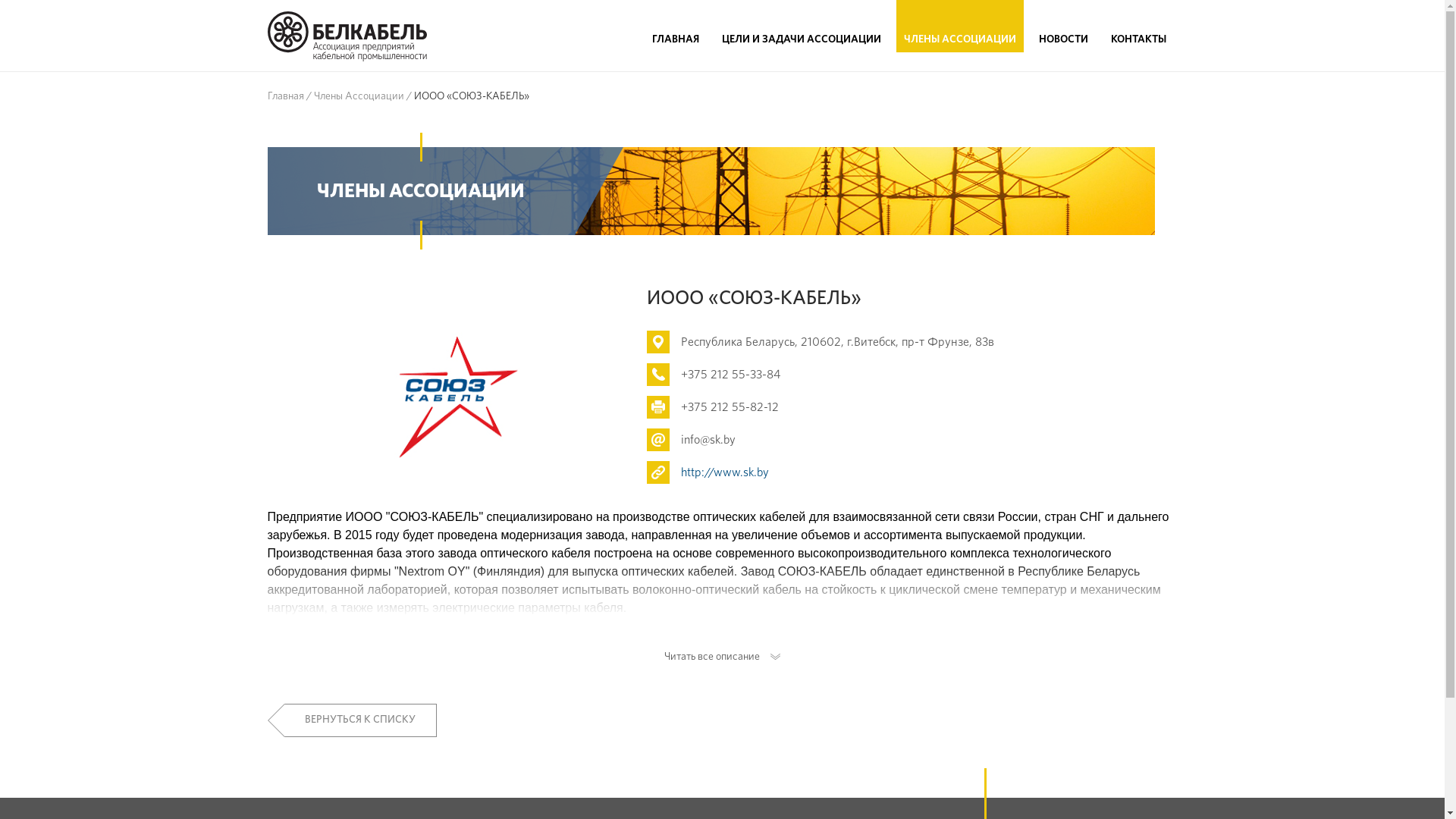  What do you see at coordinates (679, 472) in the screenshot?
I see `'http://www.sk.by'` at bounding box center [679, 472].